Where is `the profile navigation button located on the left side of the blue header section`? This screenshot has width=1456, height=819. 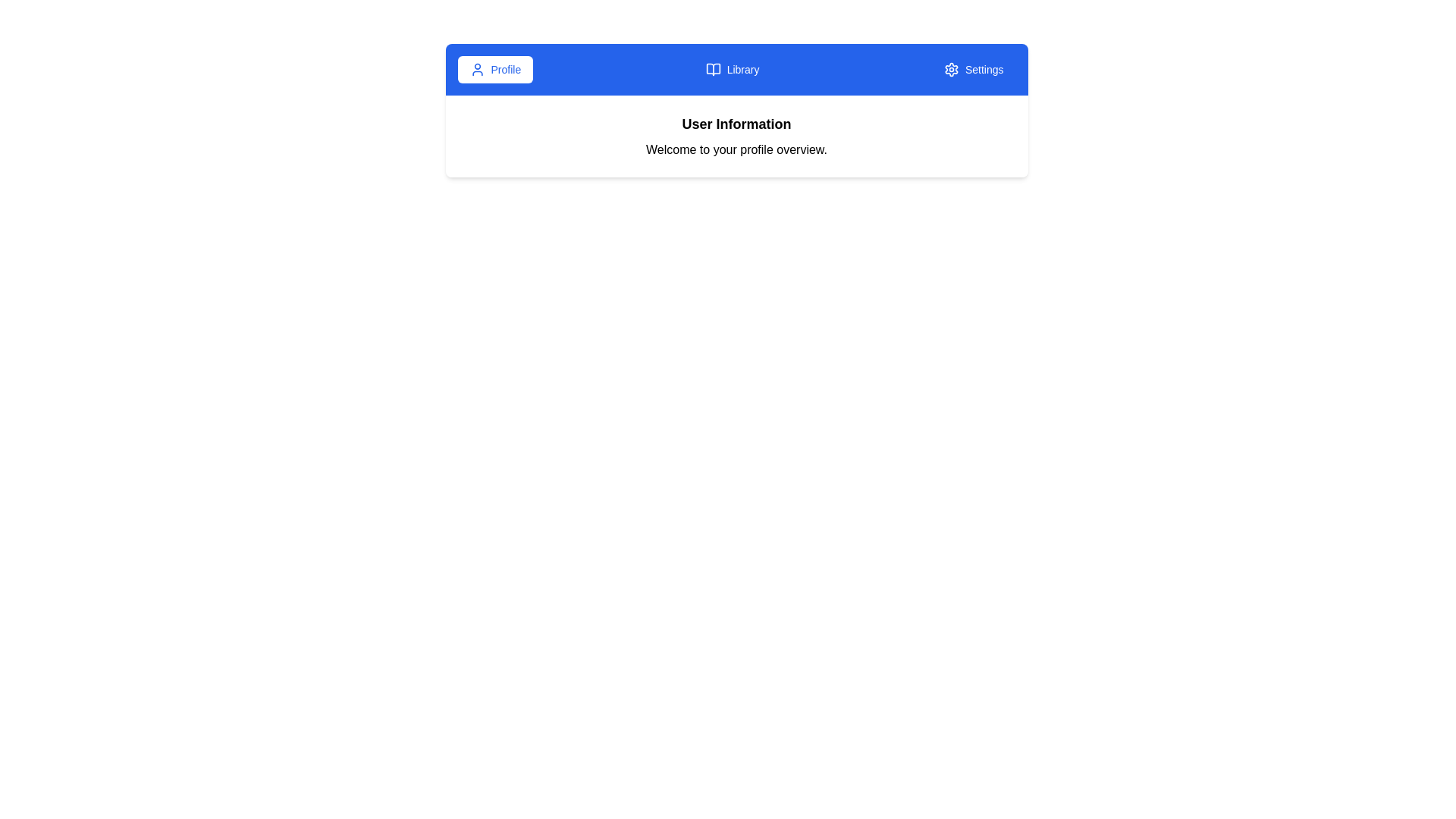 the profile navigation button located on the left side of the blue header section is located at coordinates (495, 70).